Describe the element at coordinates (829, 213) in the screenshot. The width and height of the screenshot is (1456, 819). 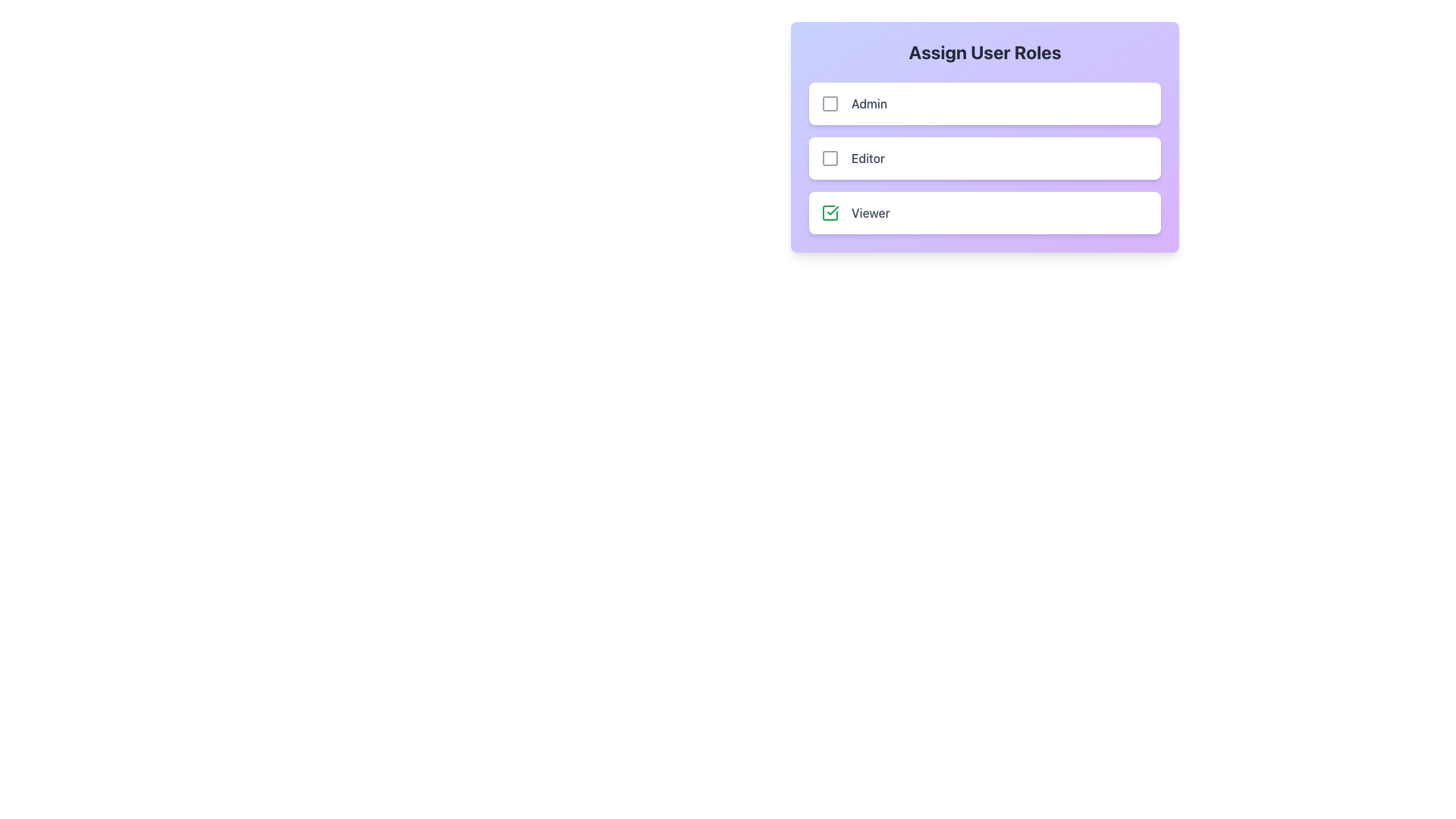
I see `the green checkmark checkbox at the beginning of the 'Viewer' row in the 'Assign User Roles' section` at that location.